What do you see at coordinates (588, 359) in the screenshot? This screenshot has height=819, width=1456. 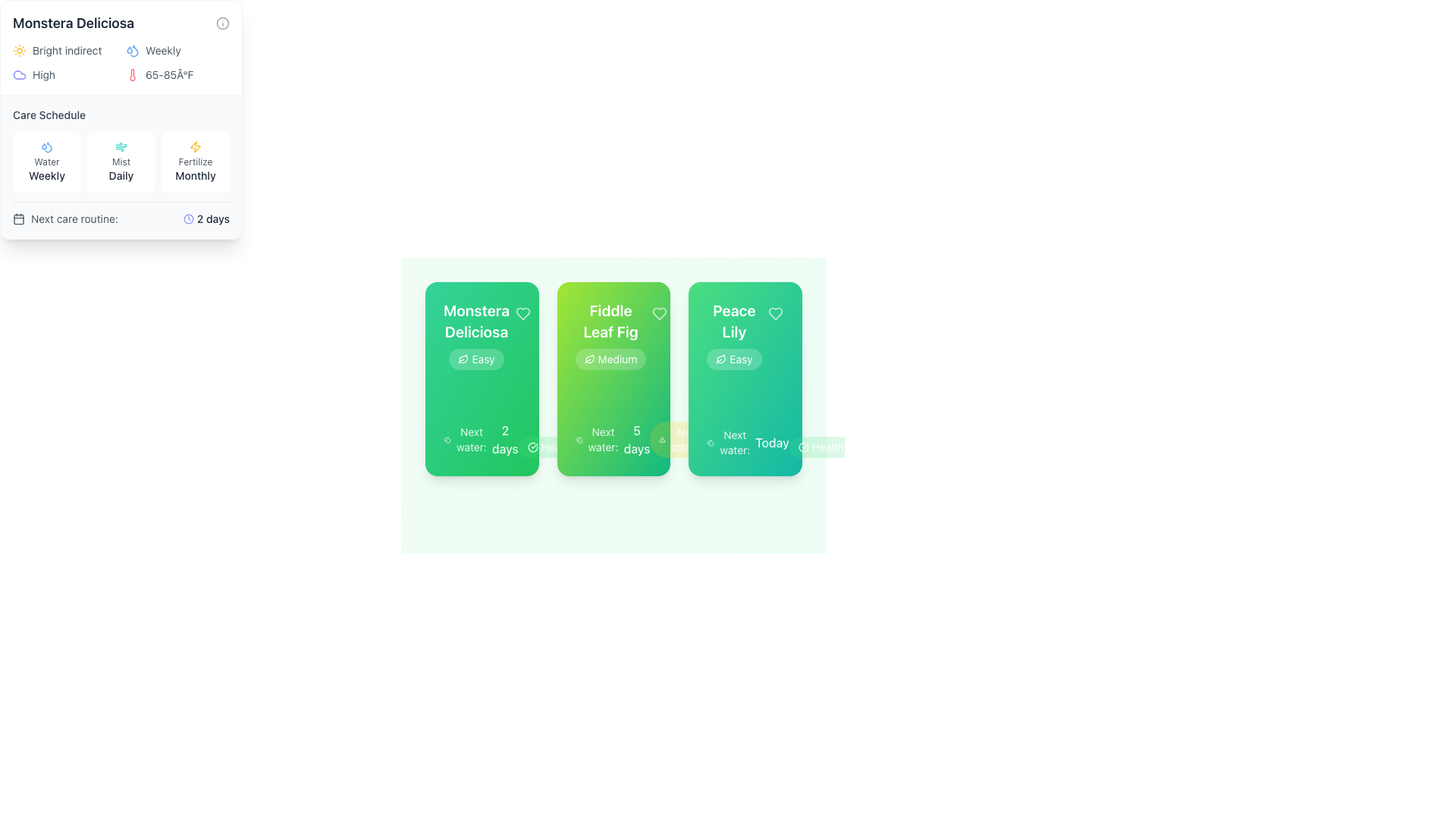 I see `the leaf-shaped icon SVG graphic located at the top of the green card within a set of three horizontally aligned cards` at bounding box center [588, 359].